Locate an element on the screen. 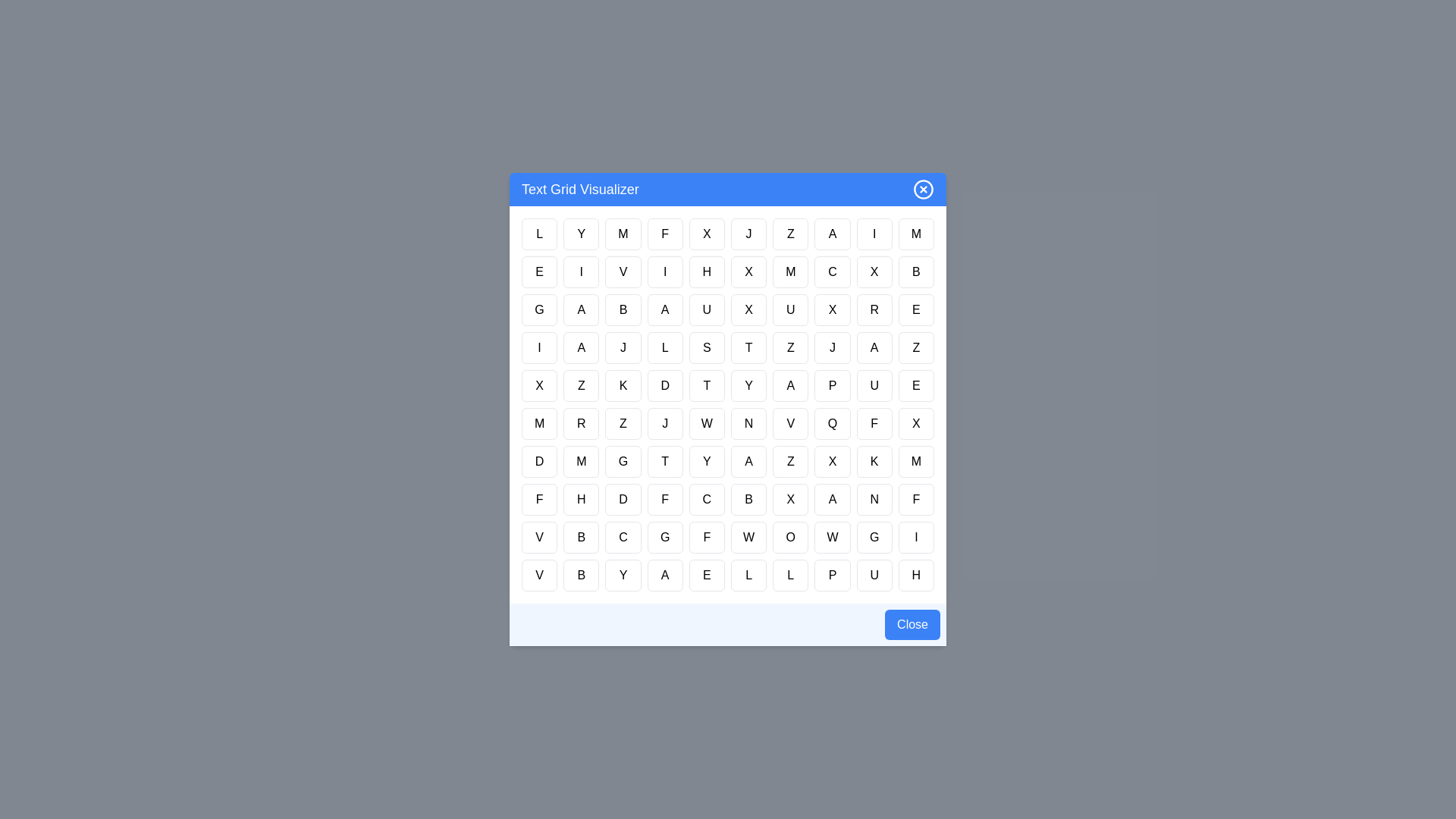 The image size is (1456, 819). the Close button at the bottom of the dialog is located at coordinates (912, 625).